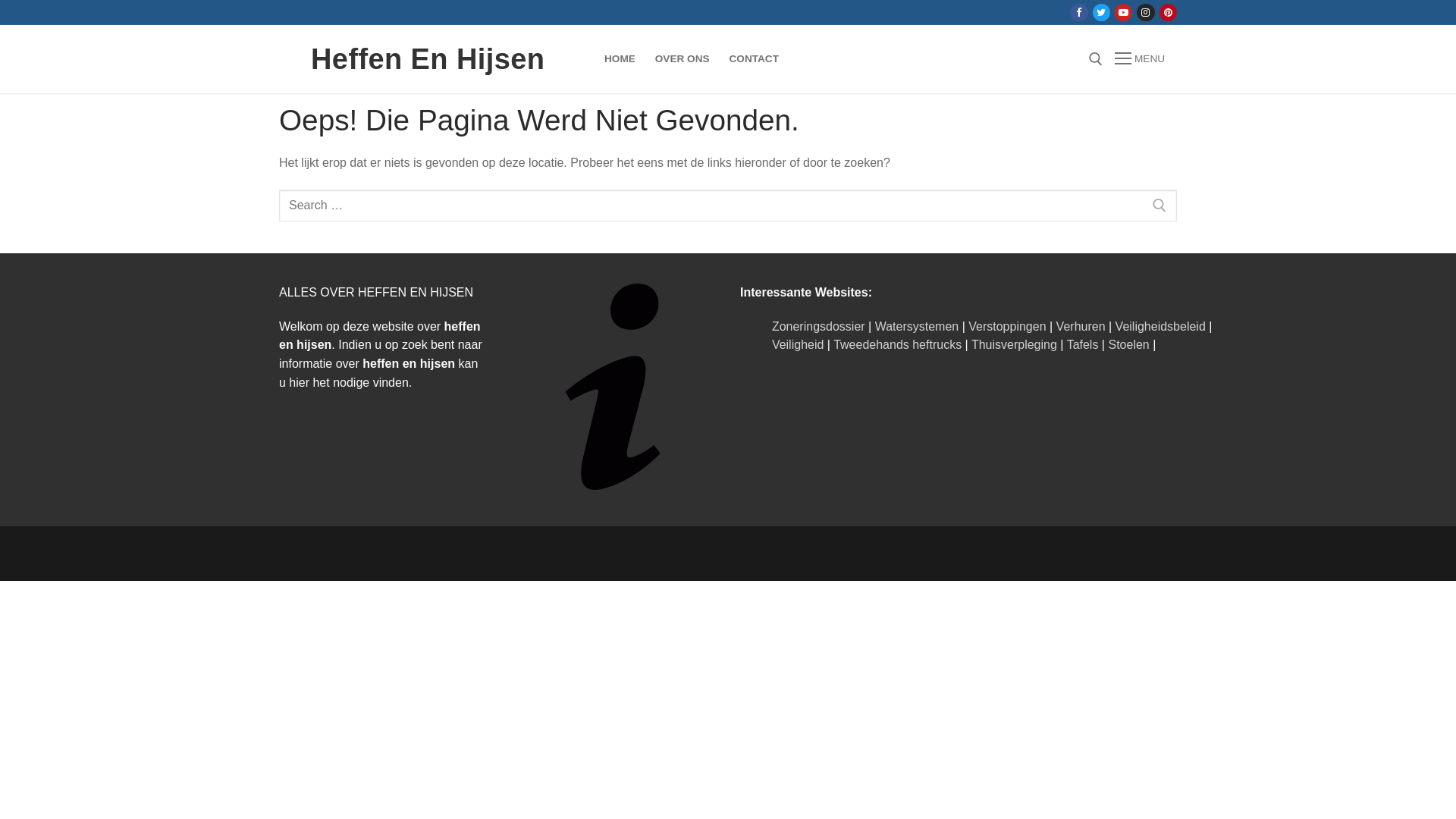  What do you see at coordinates (916, 325) in the screenshot?
I see `'Watersystemen'` at bounding box center [916, 325].